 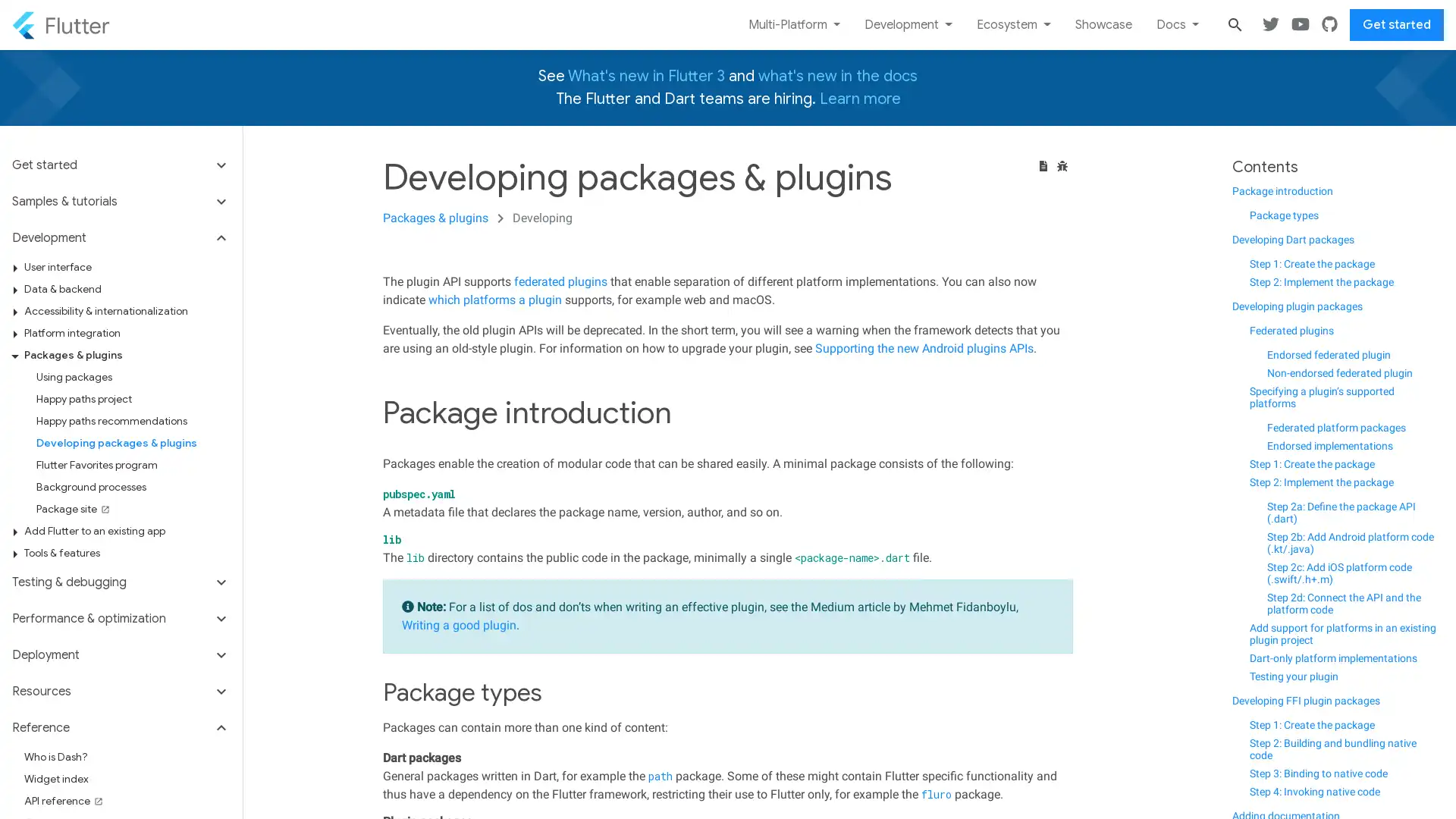 What do you see at coordinates (127, 530) in the screenshot?
I see `arrow_drop_down Add Flutter to an existing app` at bounding box center [127, 530].